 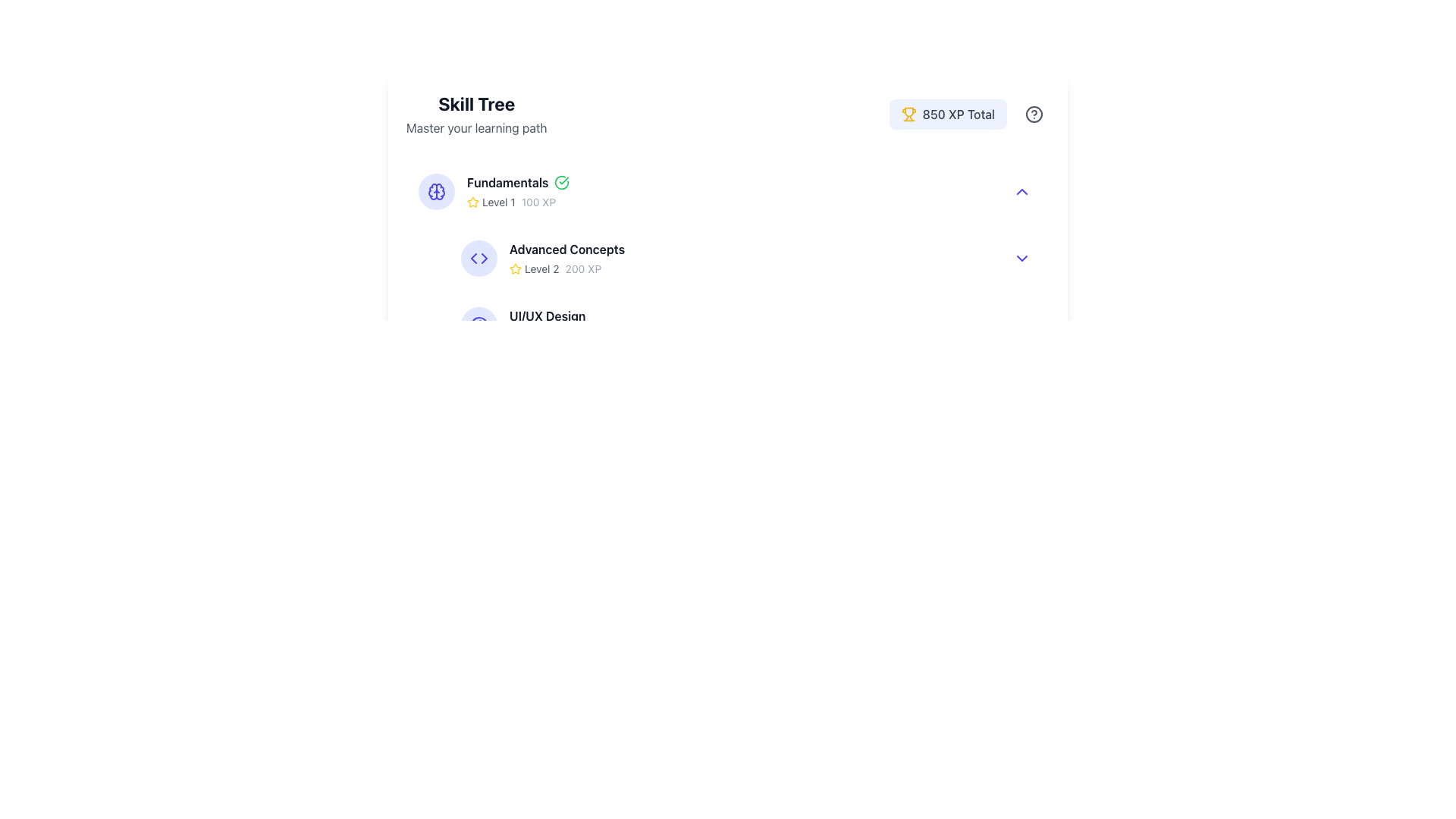 What do you see at coordinates (582, 268) in the screenshot?
I see `the text label indicating experience points (XP) for 'Advanced Concepts', located in the skill tree section` at bounding box center [582, 268].